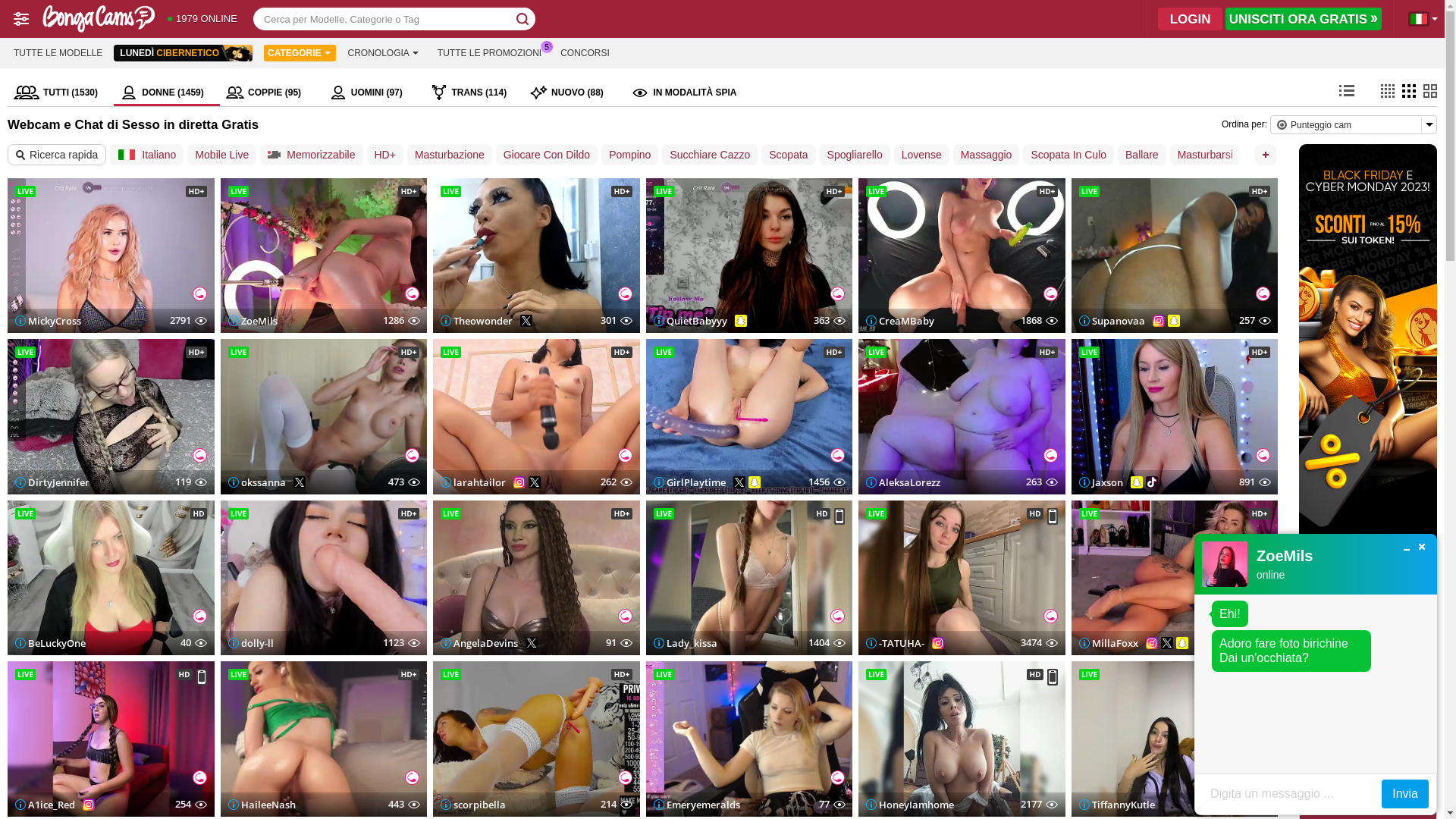 This screenshot has height=819, width=1456. I want to click on 'Spogliarello', so click(855, 155).